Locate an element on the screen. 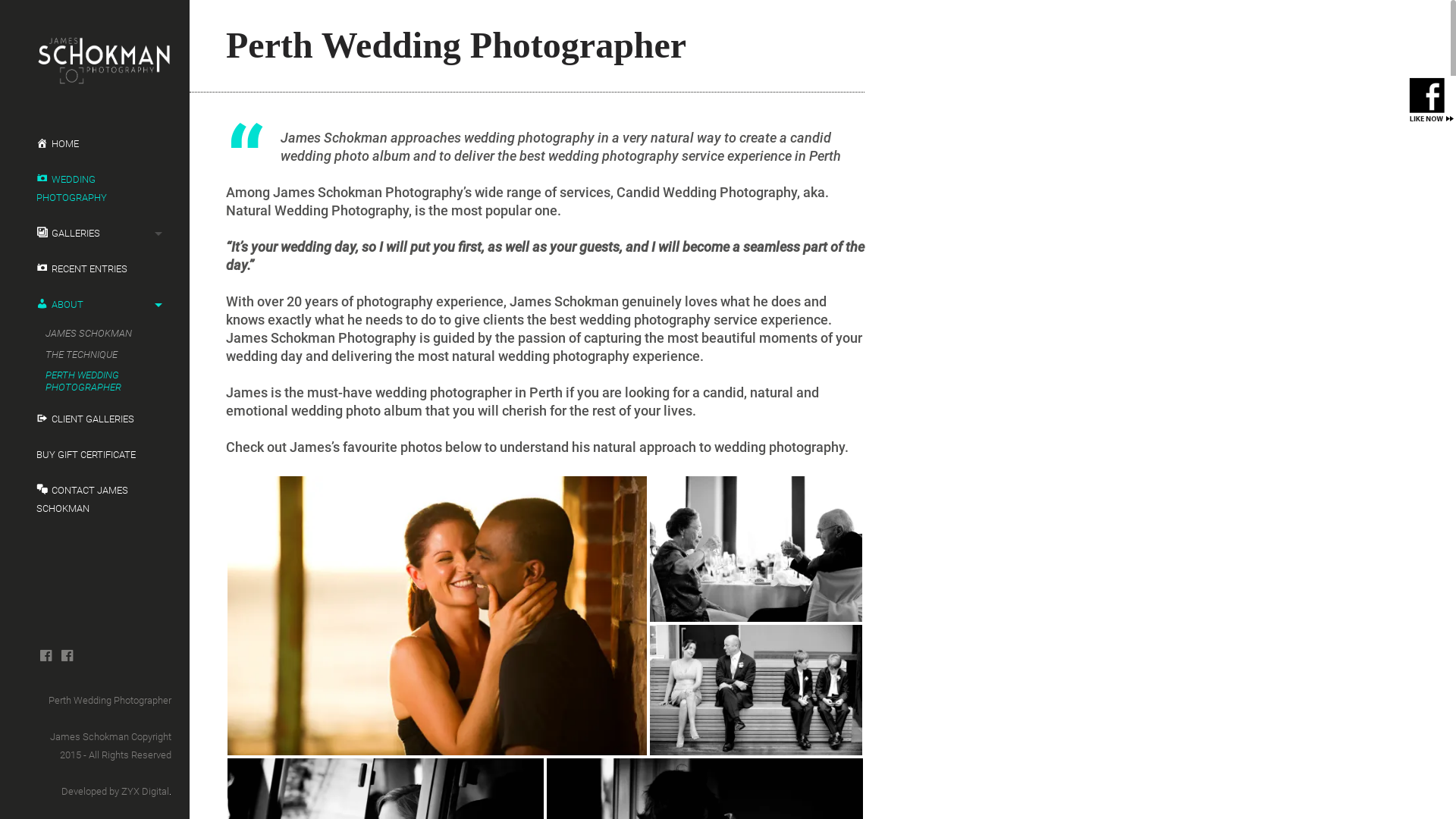  'GALLERIES' is located at coordinates (93, 234).